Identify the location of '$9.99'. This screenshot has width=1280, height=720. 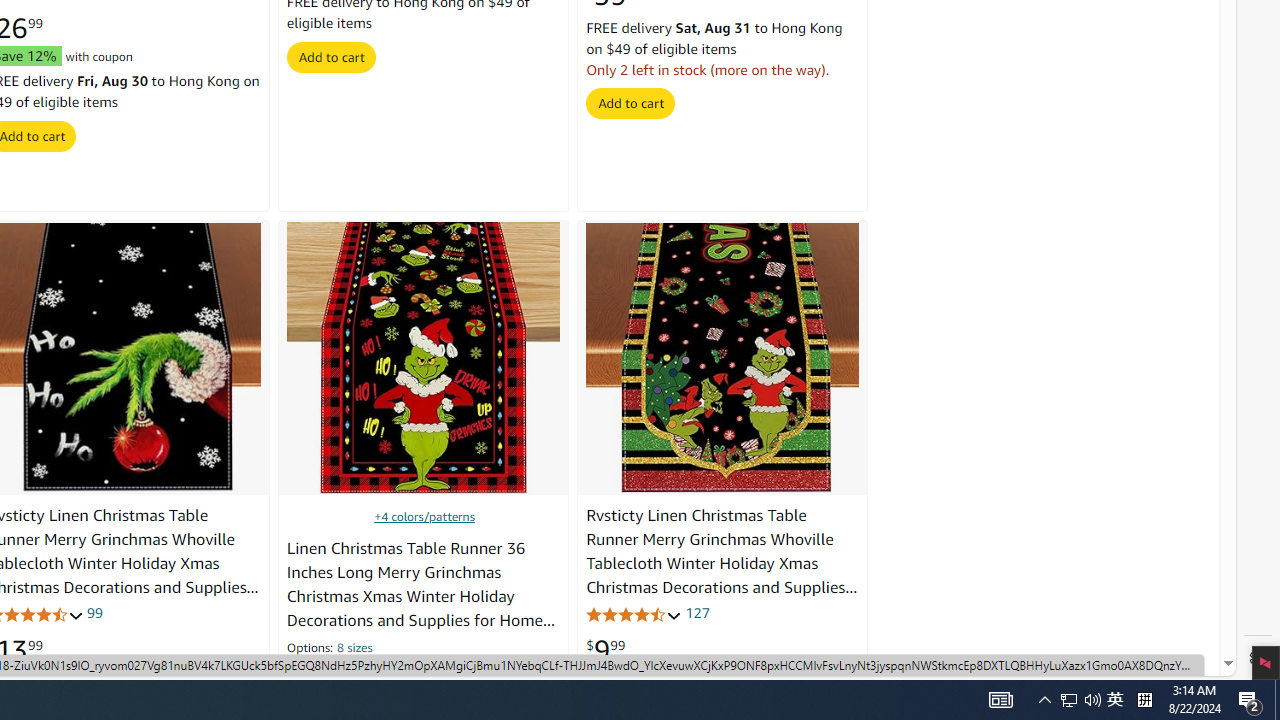
(605, 650).